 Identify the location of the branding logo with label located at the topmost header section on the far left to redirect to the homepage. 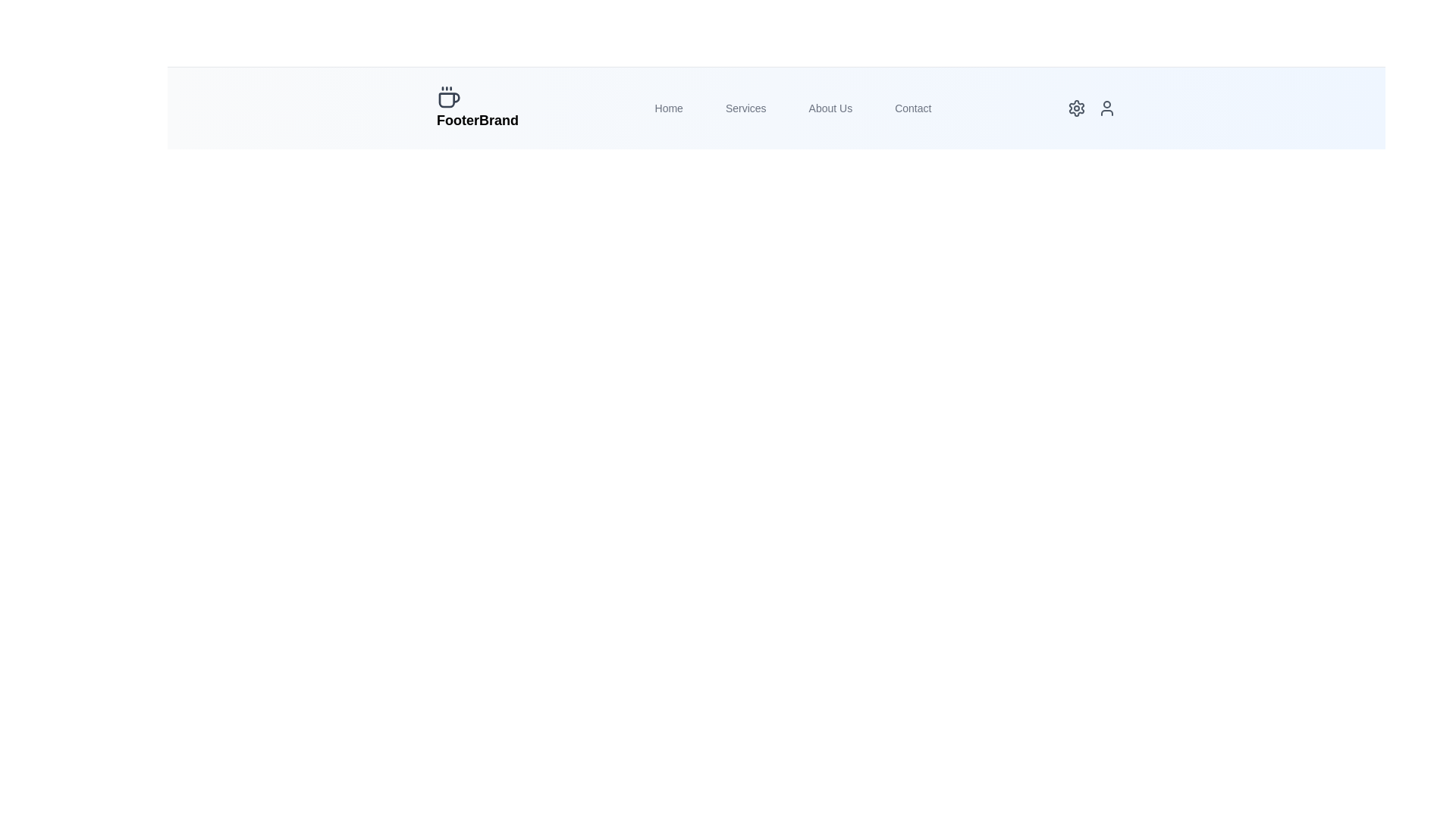
(476, 107).